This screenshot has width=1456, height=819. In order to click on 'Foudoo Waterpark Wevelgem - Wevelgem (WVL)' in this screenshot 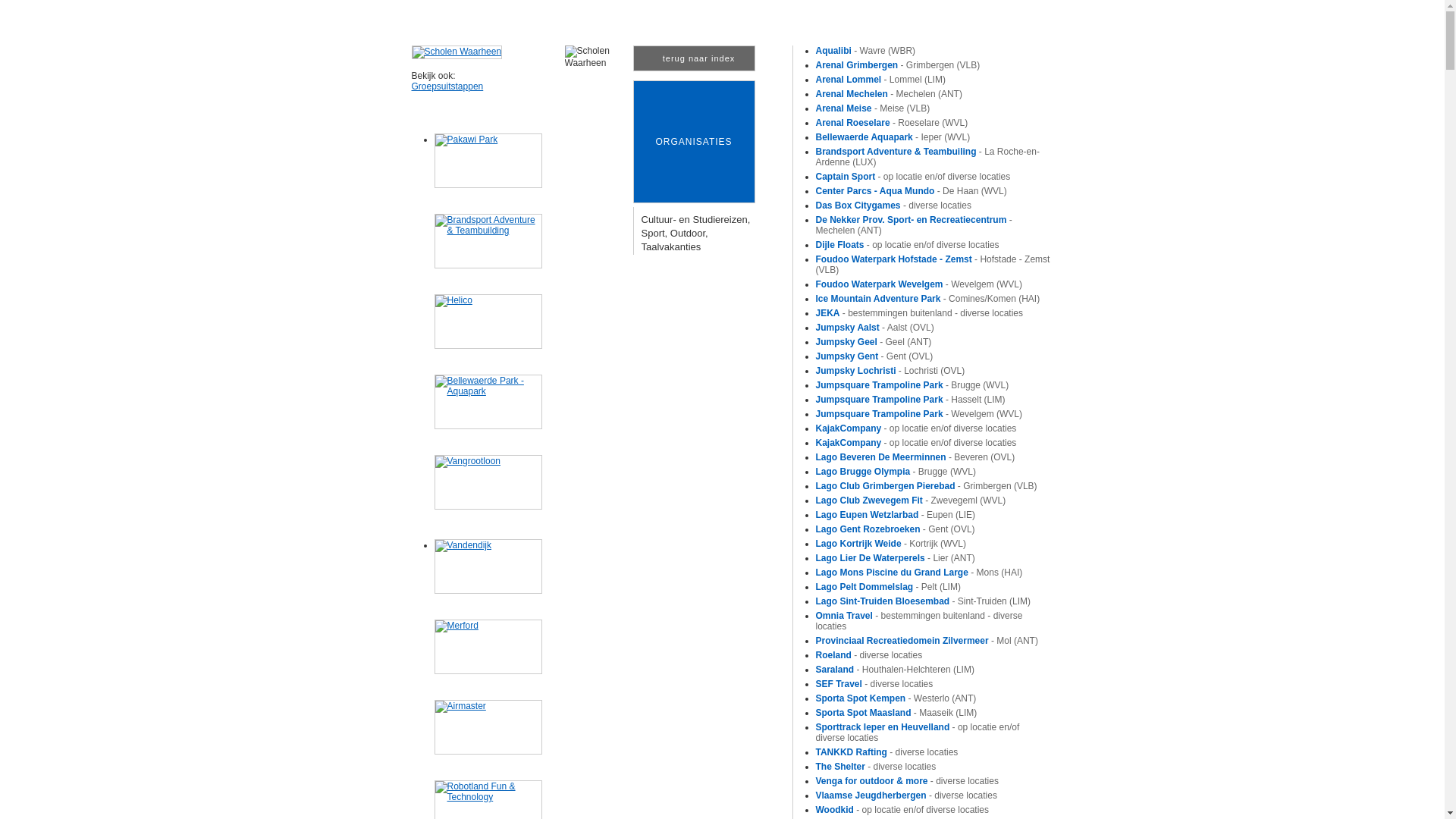, I will do `click(814, 284)`.